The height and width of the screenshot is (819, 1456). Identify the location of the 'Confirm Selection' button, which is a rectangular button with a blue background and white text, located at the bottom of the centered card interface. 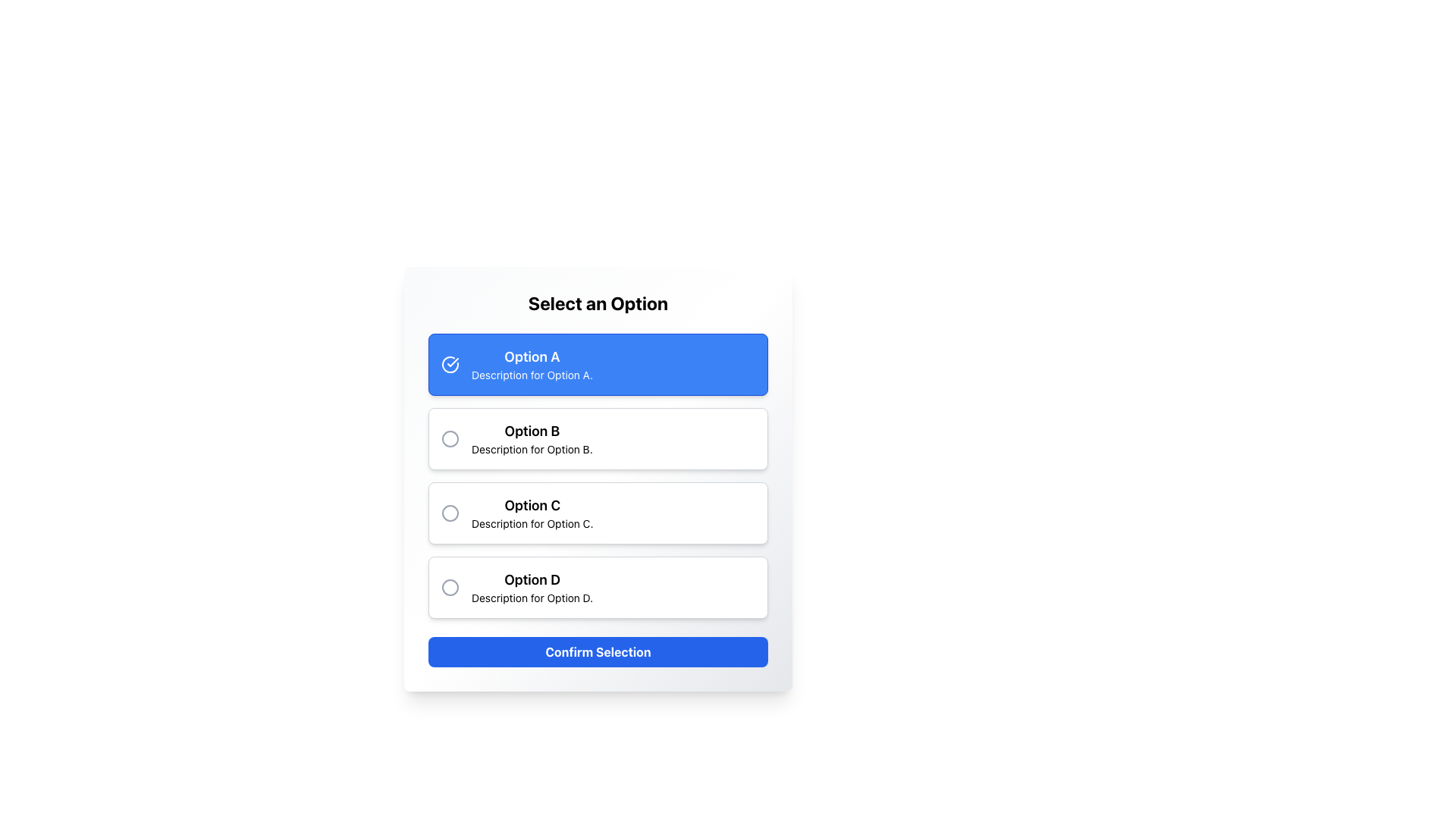
(597, 651).